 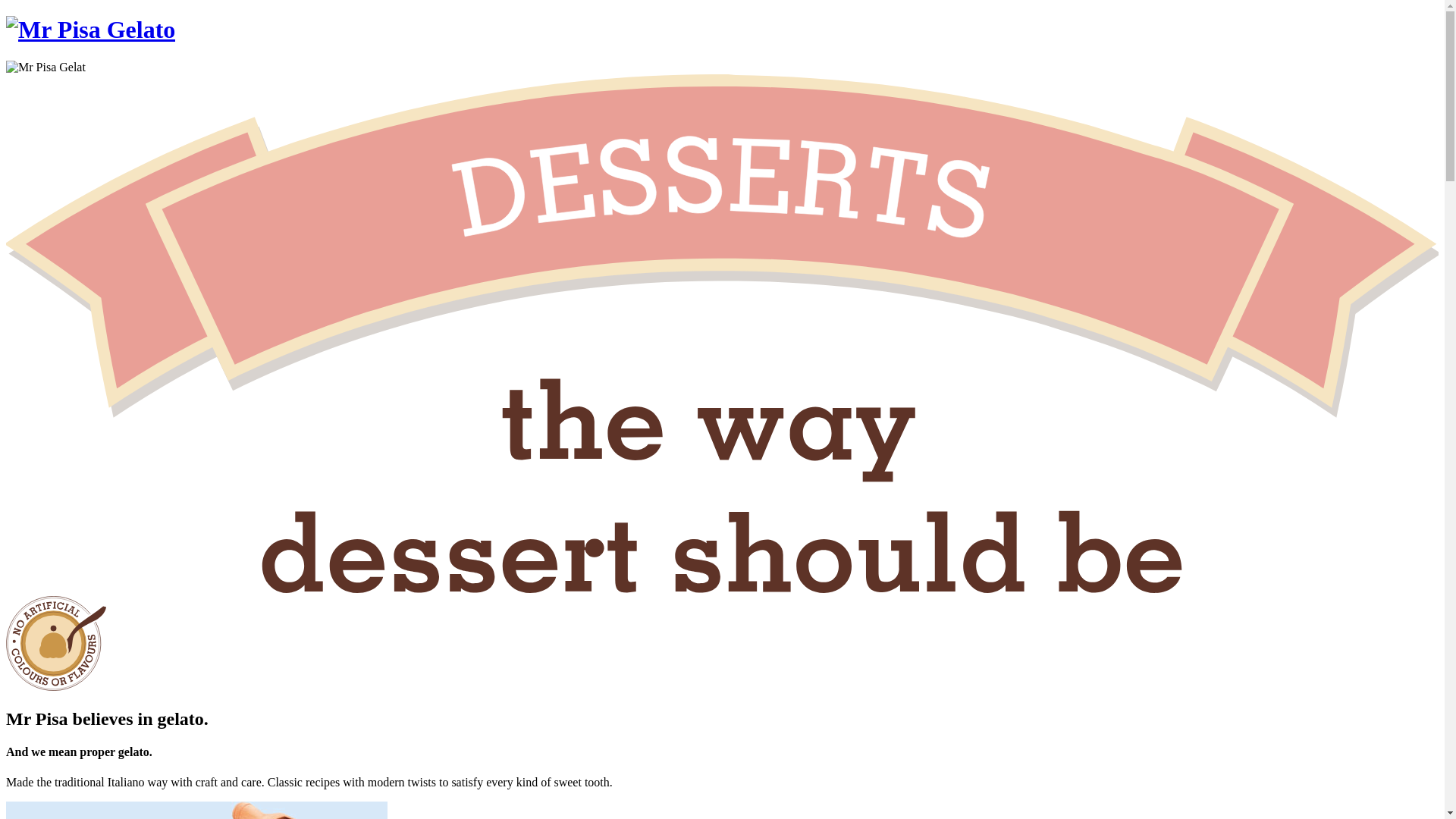 What do you see at coordinates (89, 30) in the screenshot?
I see `'Mr Pisa Gelato'` at bounding box center [89, 30].